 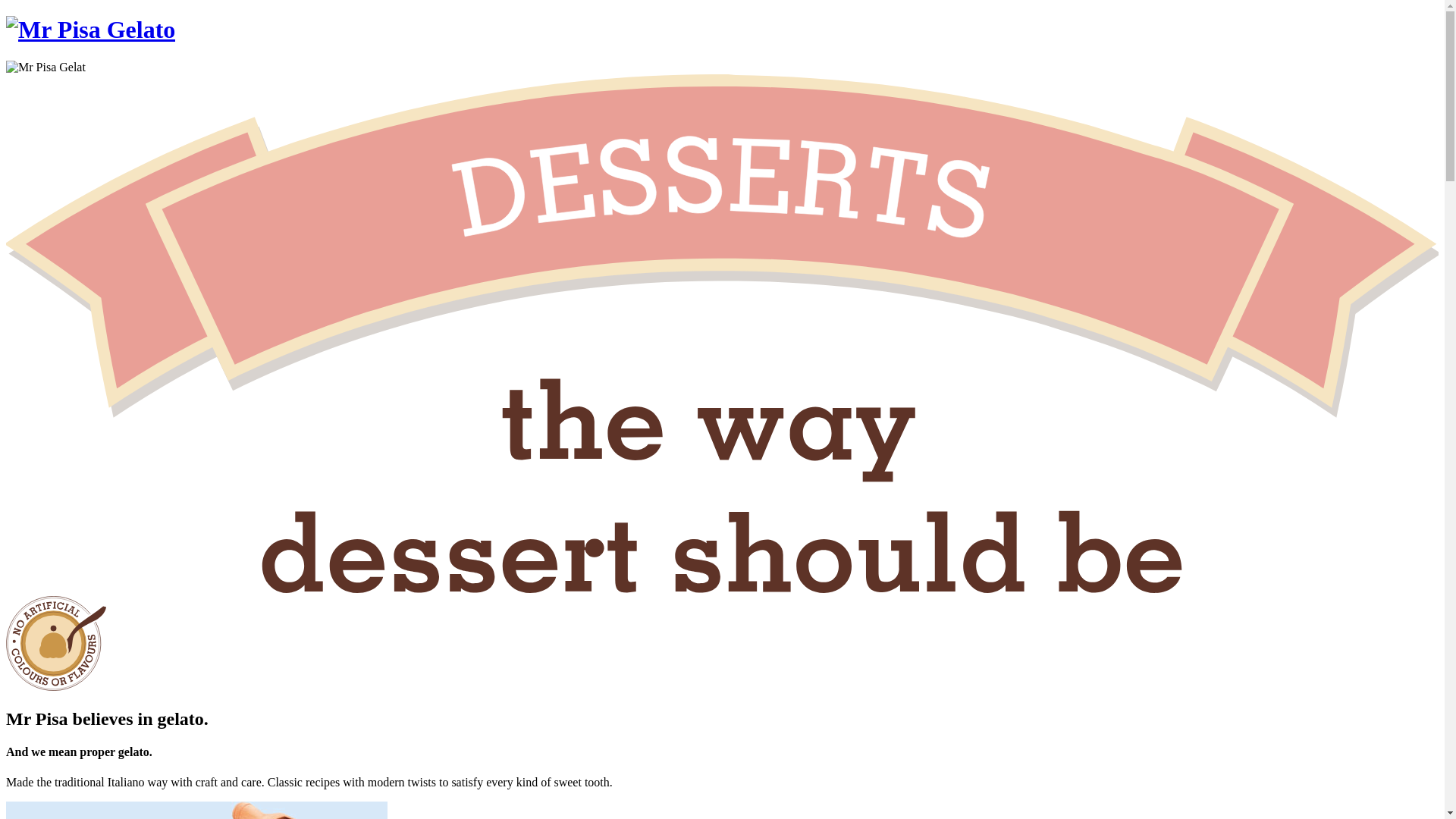 What do you see at coordinates (89, 30) in the screenshot?
I see `'Mr Pisa Gelato'` at bounding box center [89, 30].